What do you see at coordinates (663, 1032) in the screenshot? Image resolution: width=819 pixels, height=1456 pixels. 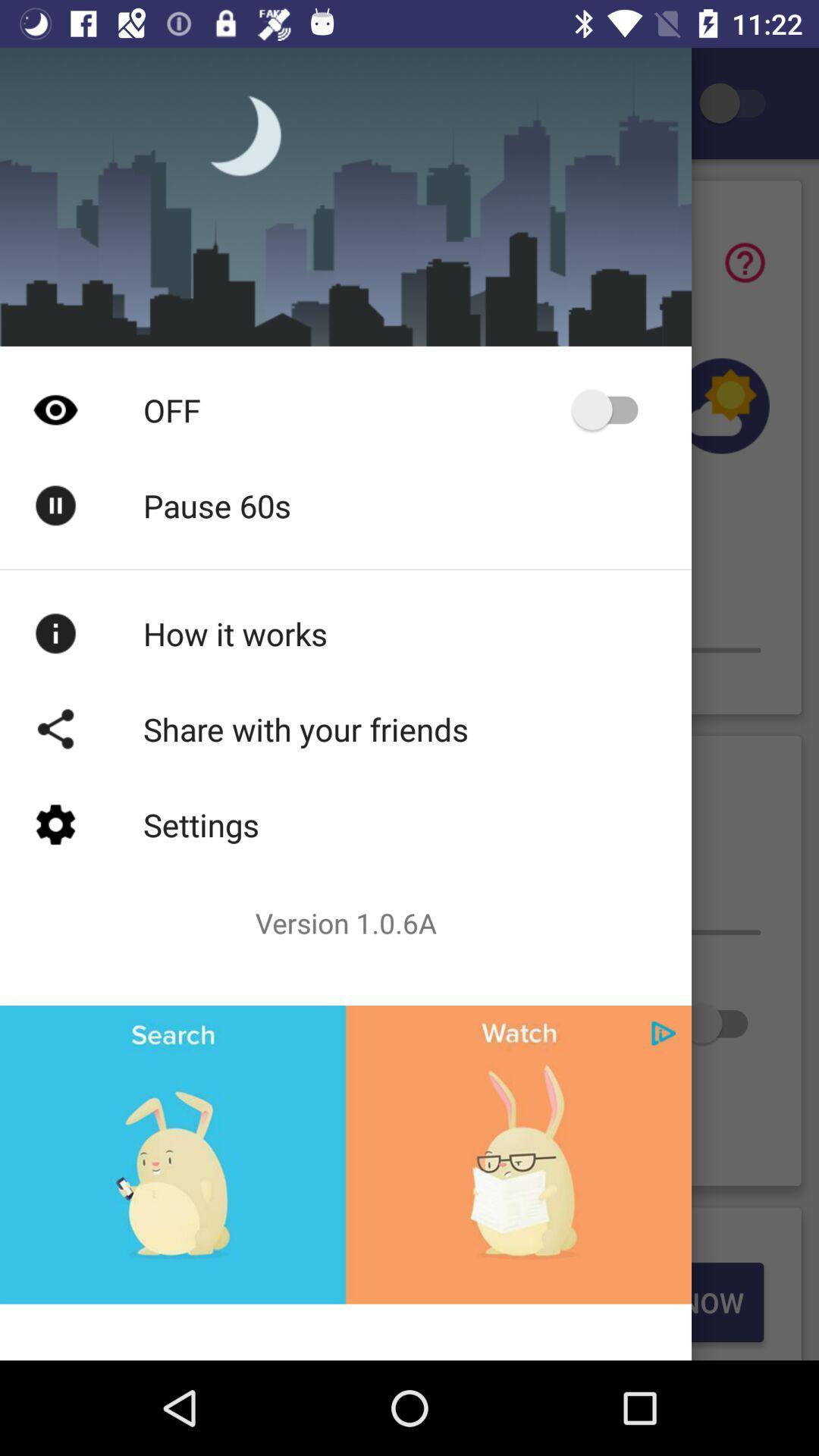 I see `icon page` at bounding box center [663, 1032].